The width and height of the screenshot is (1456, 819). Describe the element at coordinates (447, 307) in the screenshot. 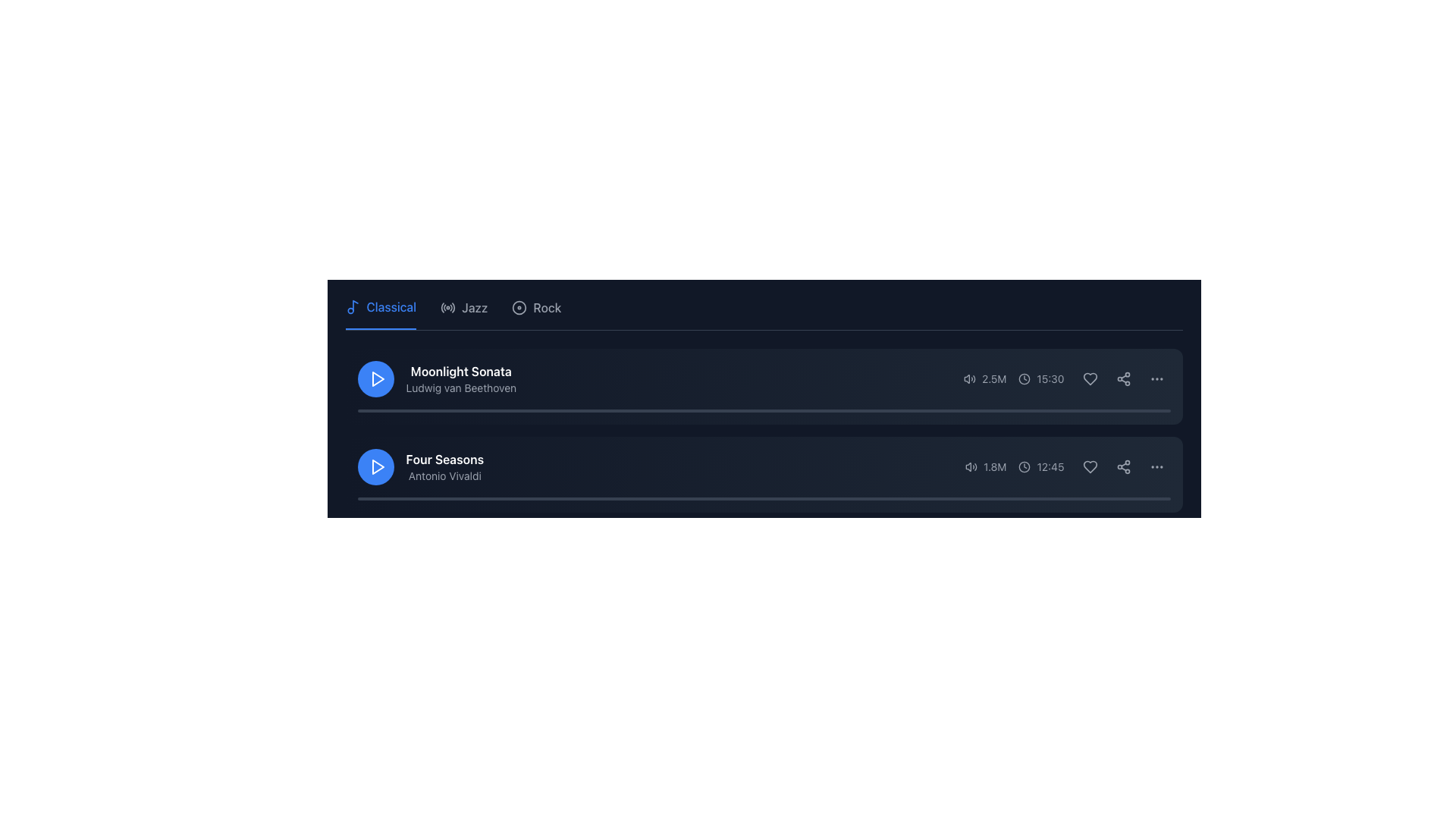

I see `the 'Jazz' category icon` at that location.